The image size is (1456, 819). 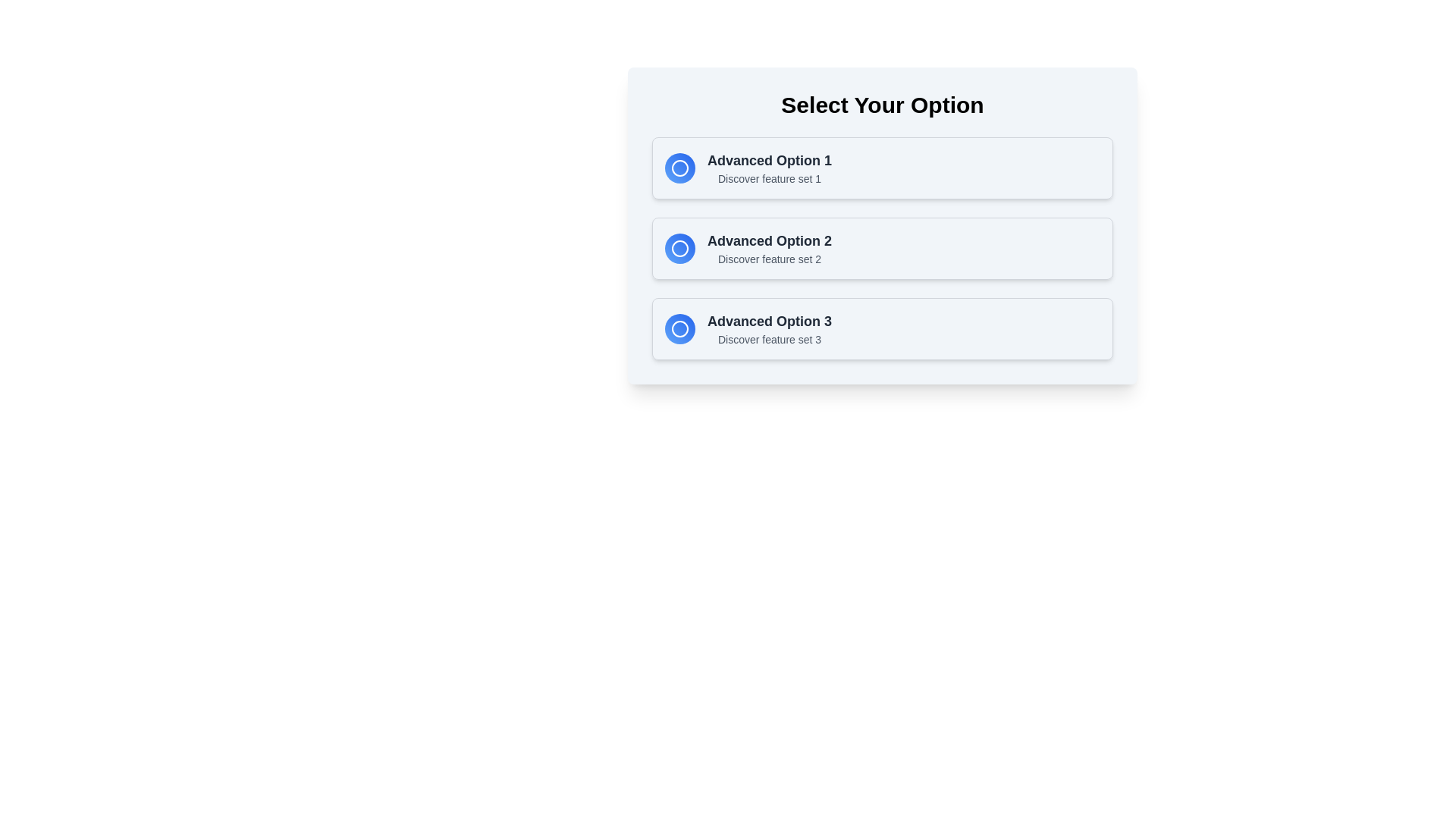 What do you see at coordinates (770, 240) in the screenshot?
I see `the text label displaying 'Advanced Option 2', which is prominently shown in bold dark gray on a light background, located in the second option card of a vertical list` at bounding box center [770, 240].